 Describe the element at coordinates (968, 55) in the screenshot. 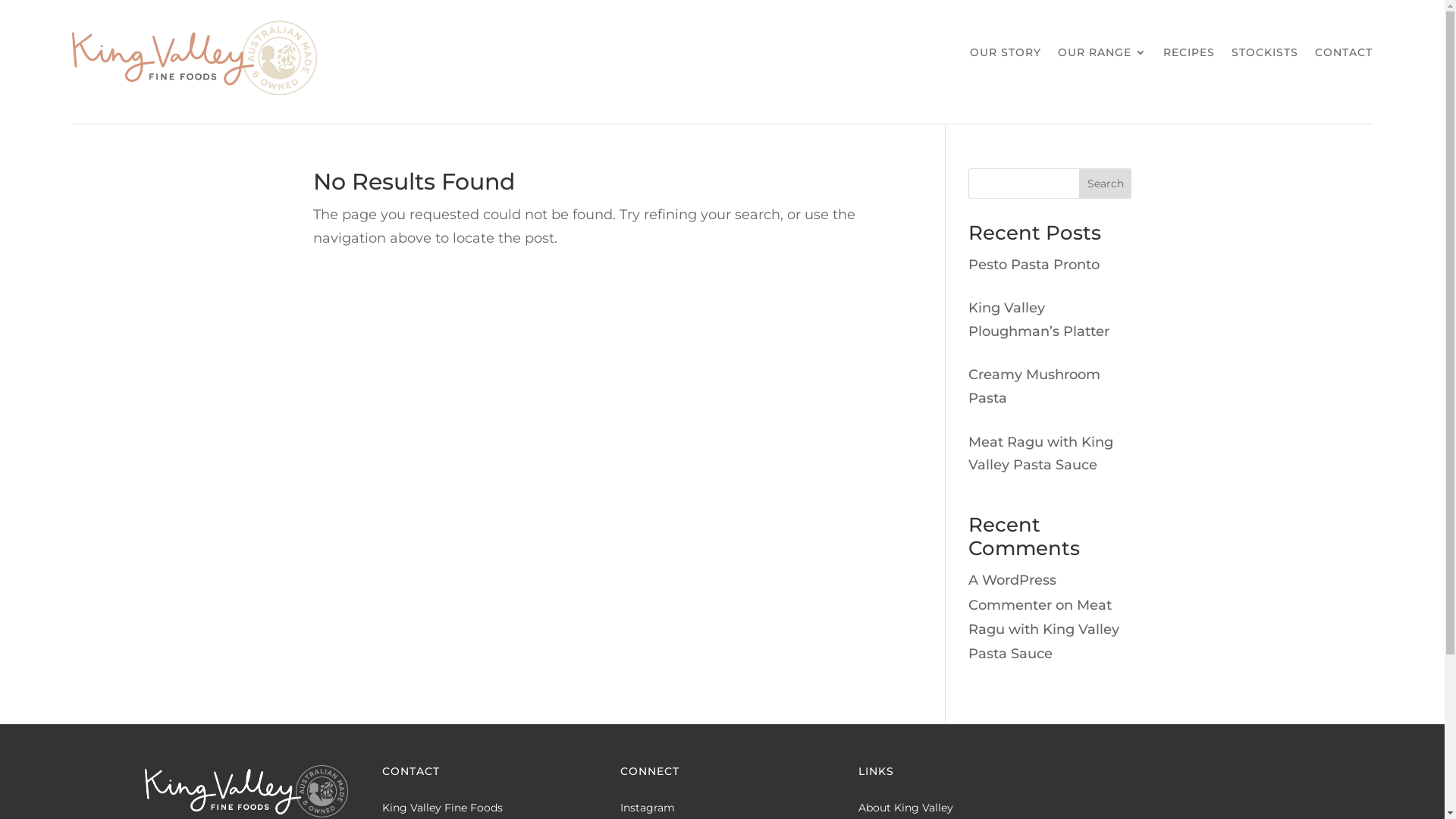

I see `'OUR STORY'` at that location.